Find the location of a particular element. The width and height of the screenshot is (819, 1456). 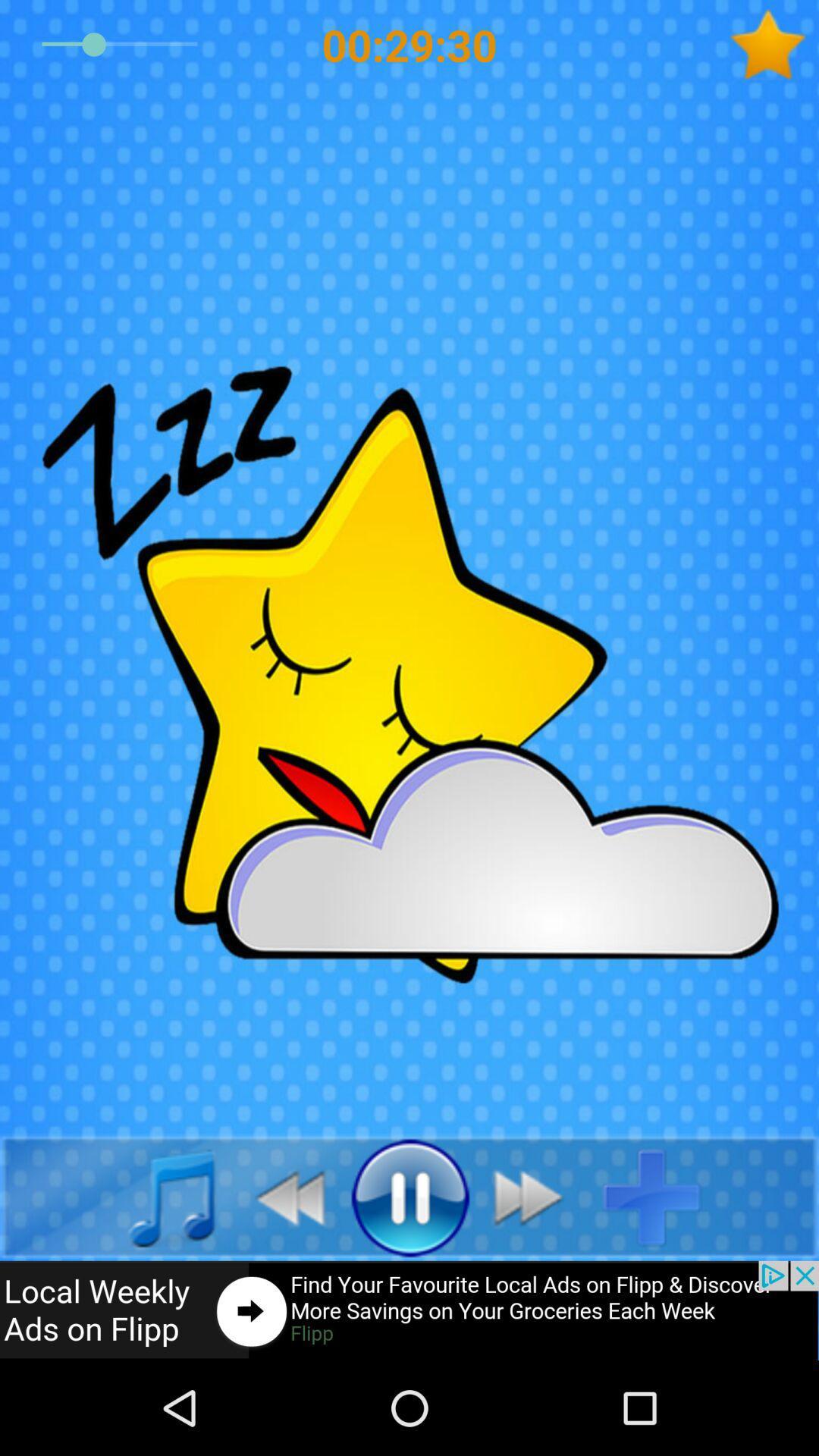

the music icon is located at coordinates (155, 1196).